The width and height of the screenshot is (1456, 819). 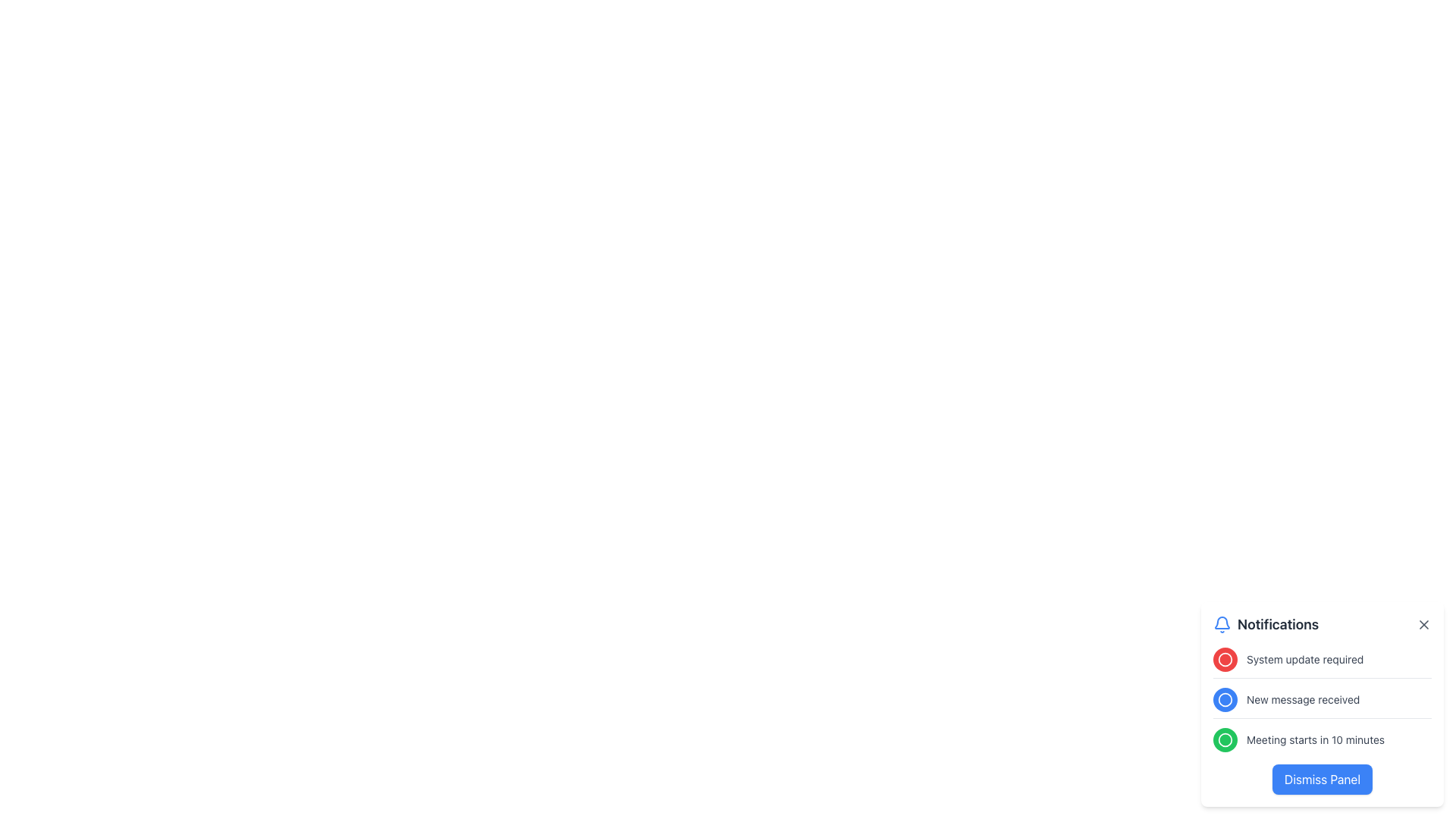 I want to click on the red circular icon indicating a critical notification for 'System update required' in the bottom right corner of the notifications panel, so click(x=1225, y=659).